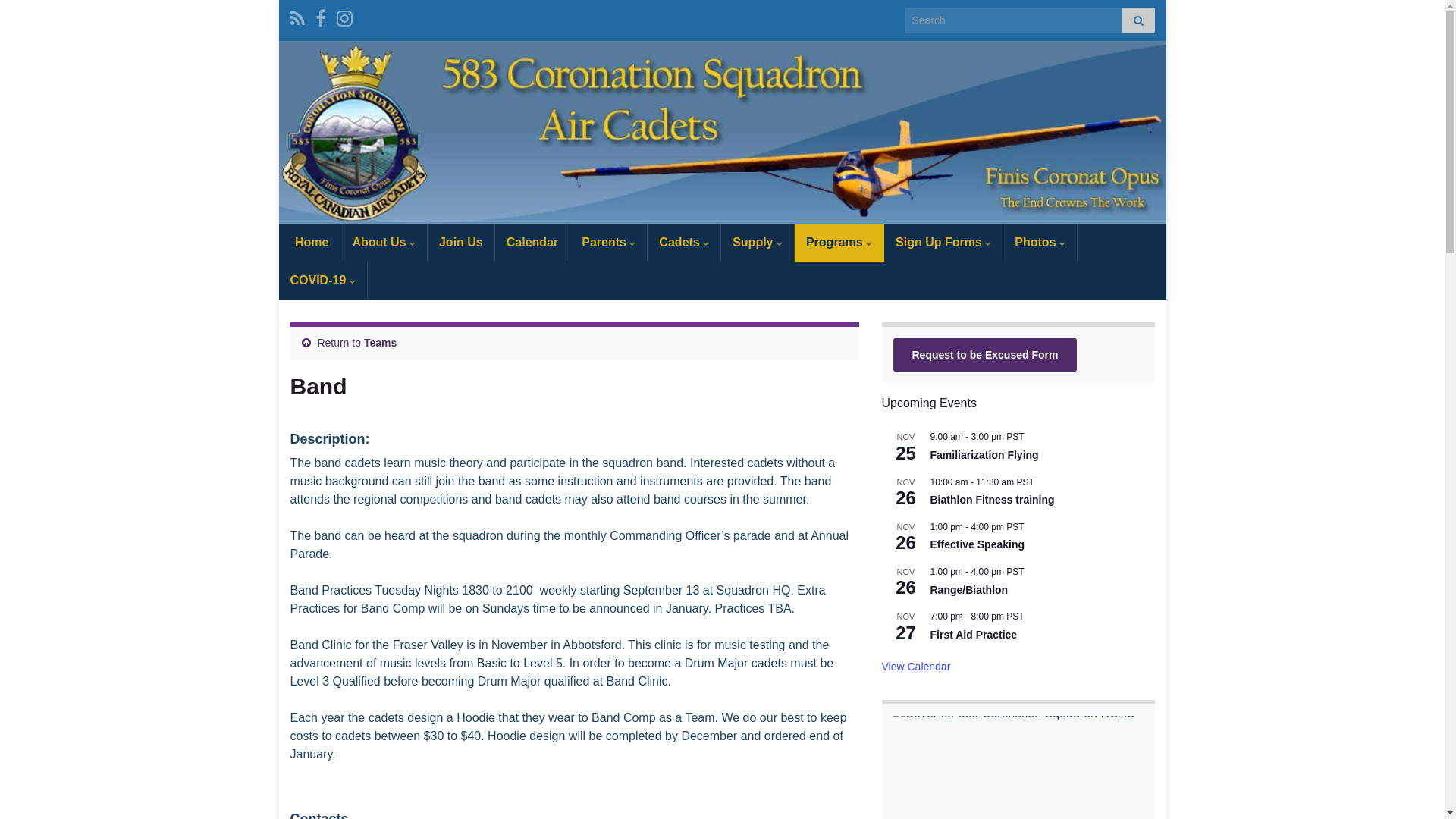 The width and height of the screenshot is (1456, 819). What do you see at coordinates (942, 242) in the screenshot?
I see `'Sign Up Forms'` at bounding box center [942, 242].